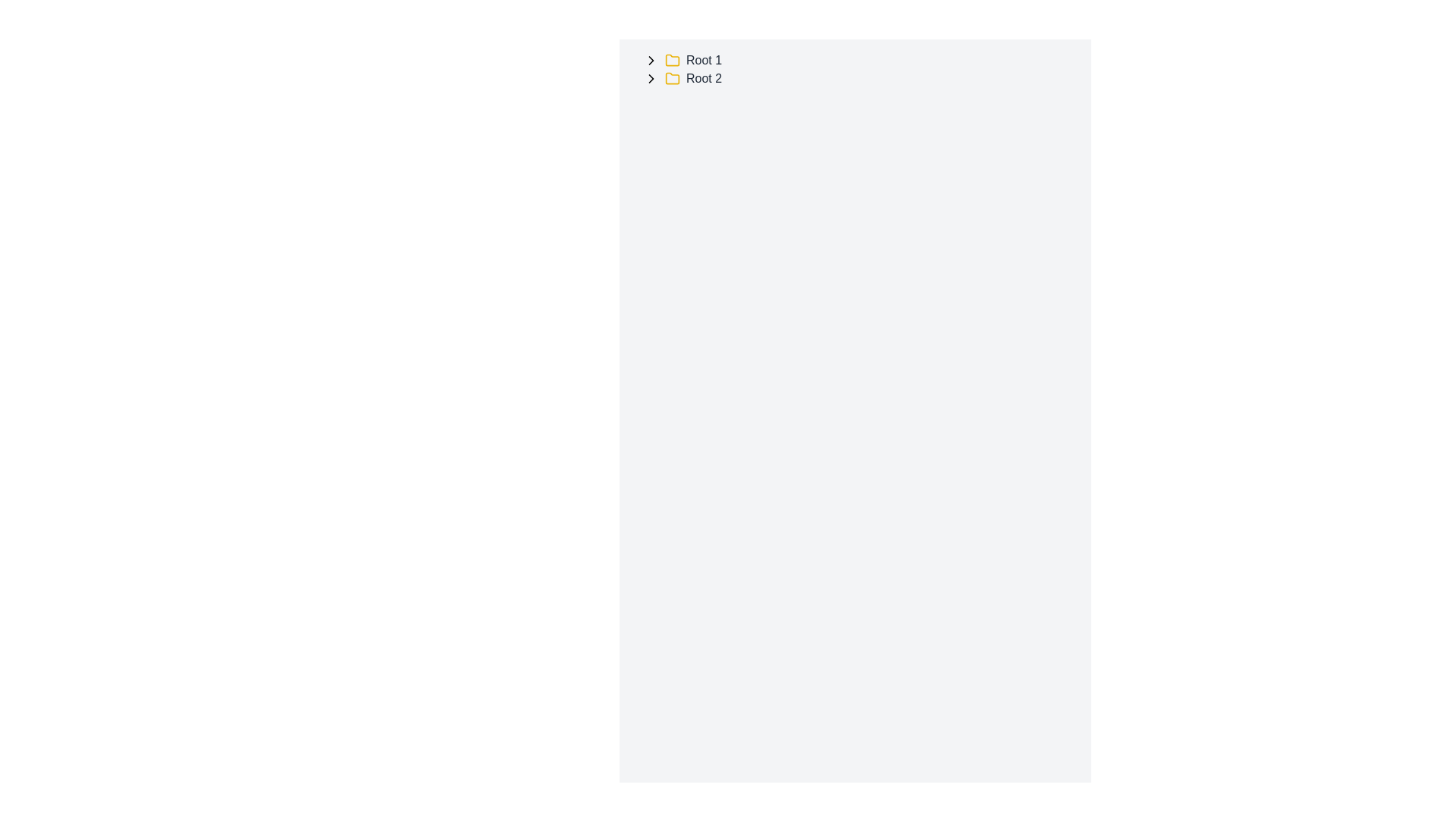 Image resolution: width=1456 pixels, height=819 pixels. I want to click on the folder icon representing a directory under 'Root 2', so click(672, 78).